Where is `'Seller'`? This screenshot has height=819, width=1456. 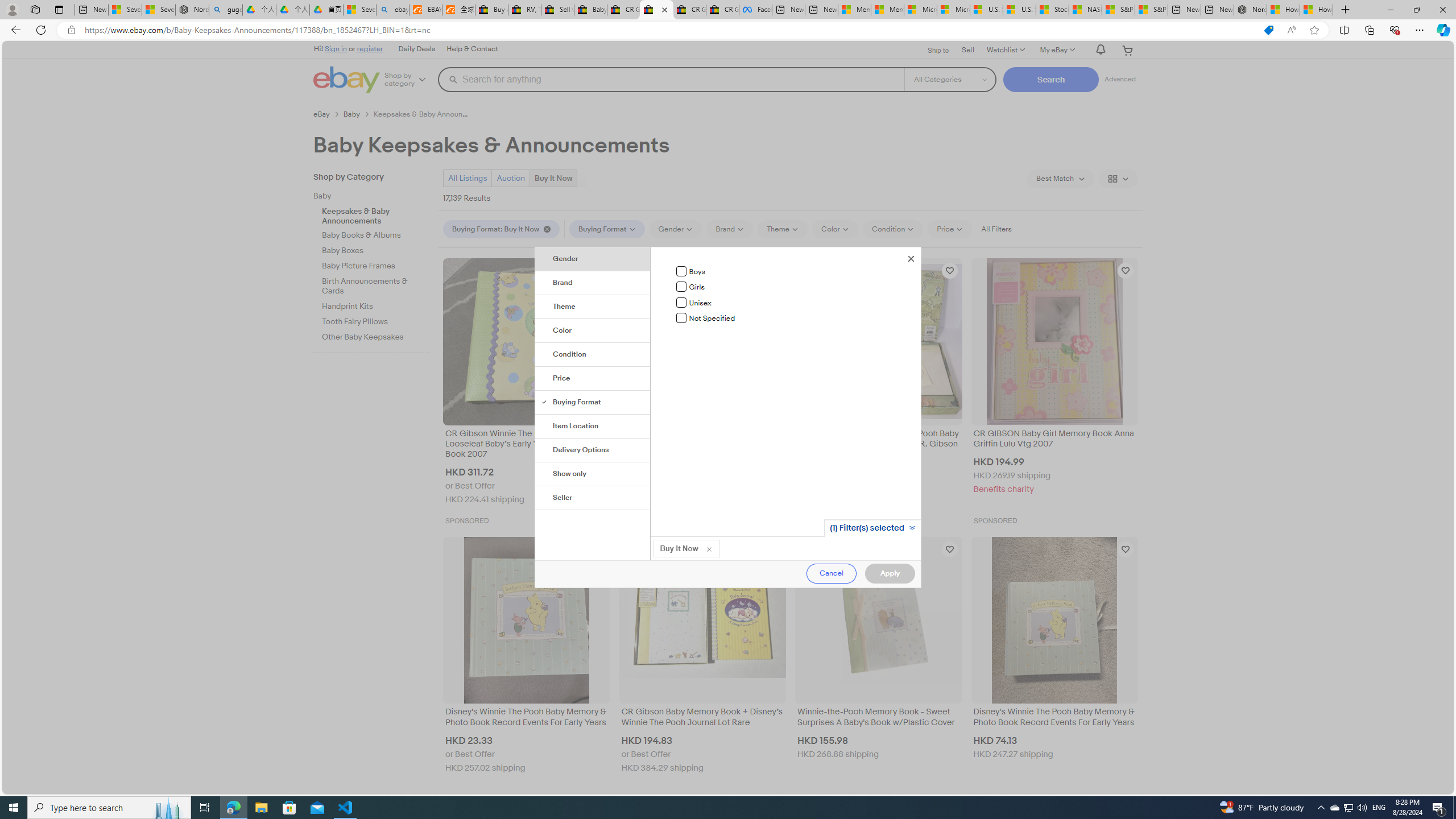 'Seller' is located at coordinates (593, 498).